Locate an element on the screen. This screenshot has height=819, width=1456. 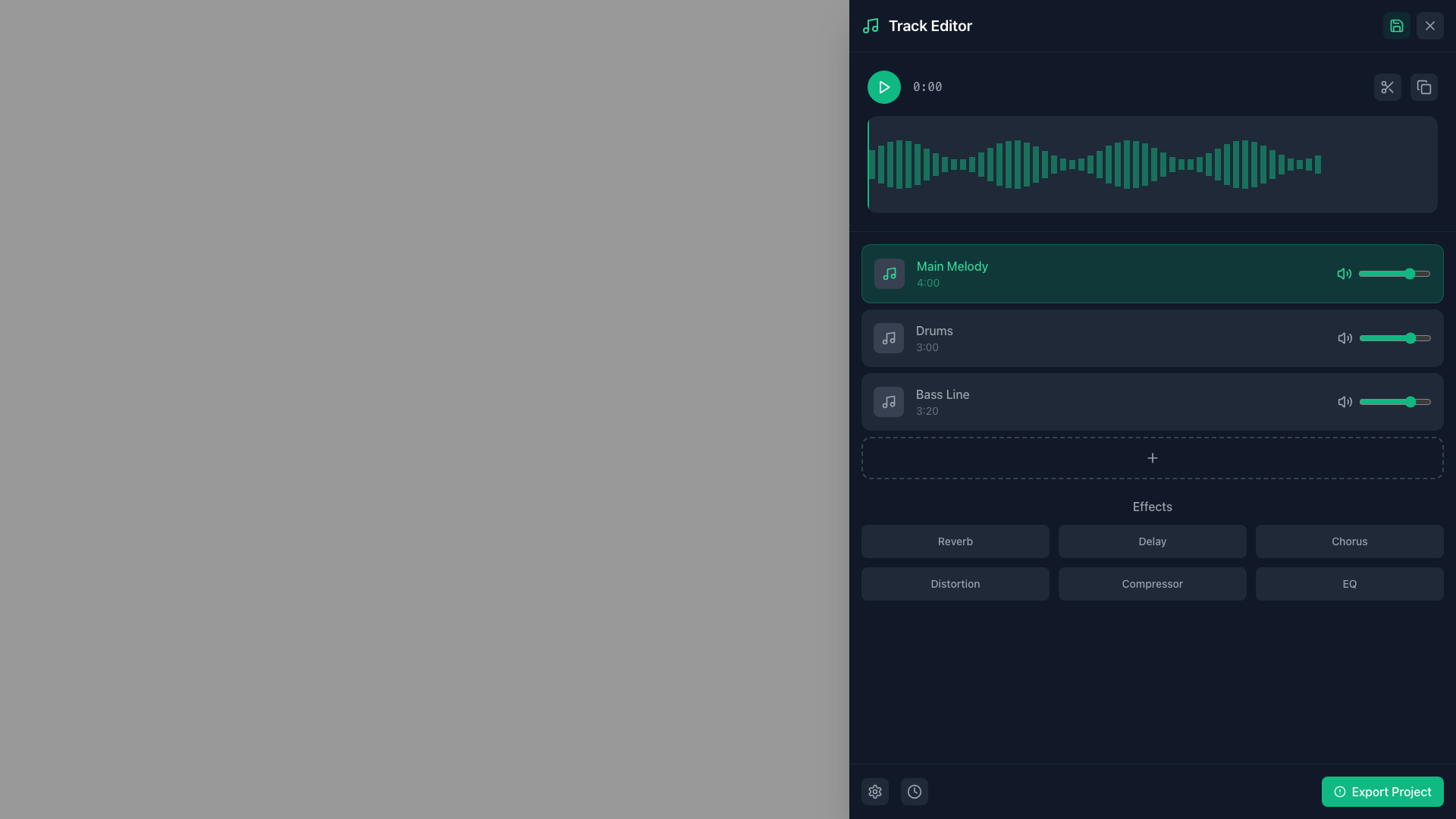
the slider value is located at coordinates (1417, 274).